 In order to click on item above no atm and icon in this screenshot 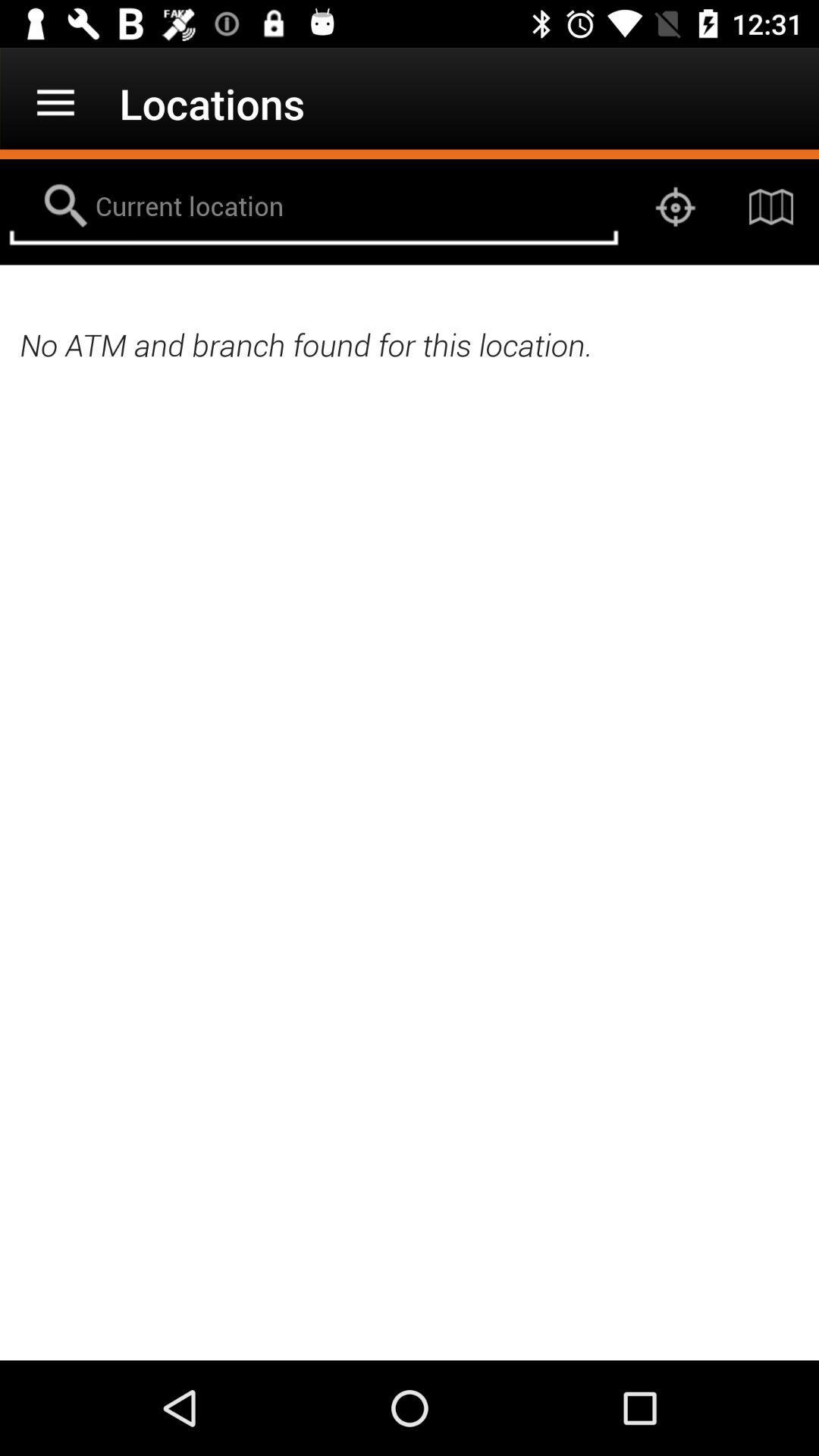, I will do `click(312, 206)`.